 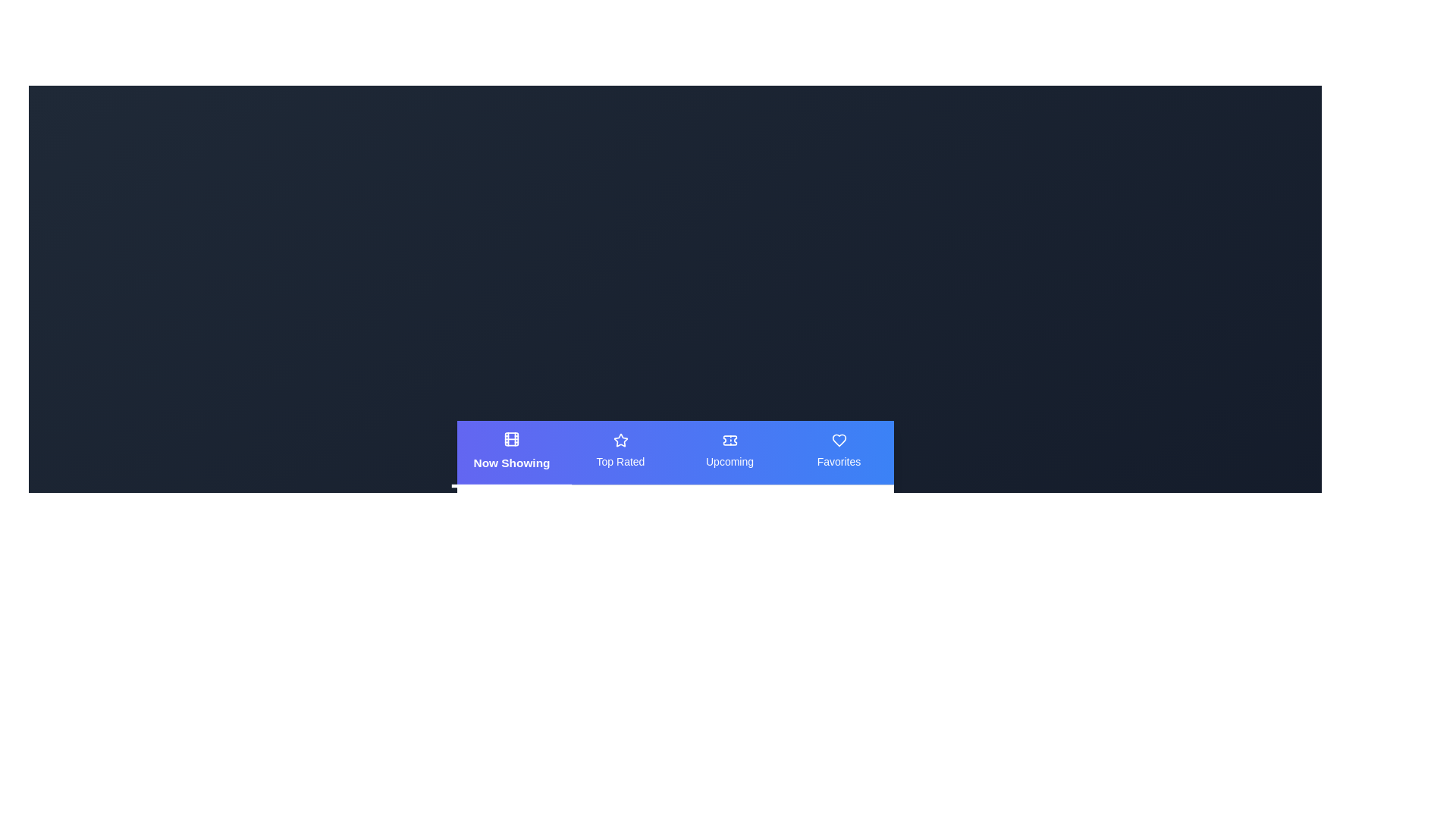 What do you see at coordinates (511, 451) in the screenshot?
I see `the 'Now Showing' button with a film icon above the text` at bounding box center [511, 451].